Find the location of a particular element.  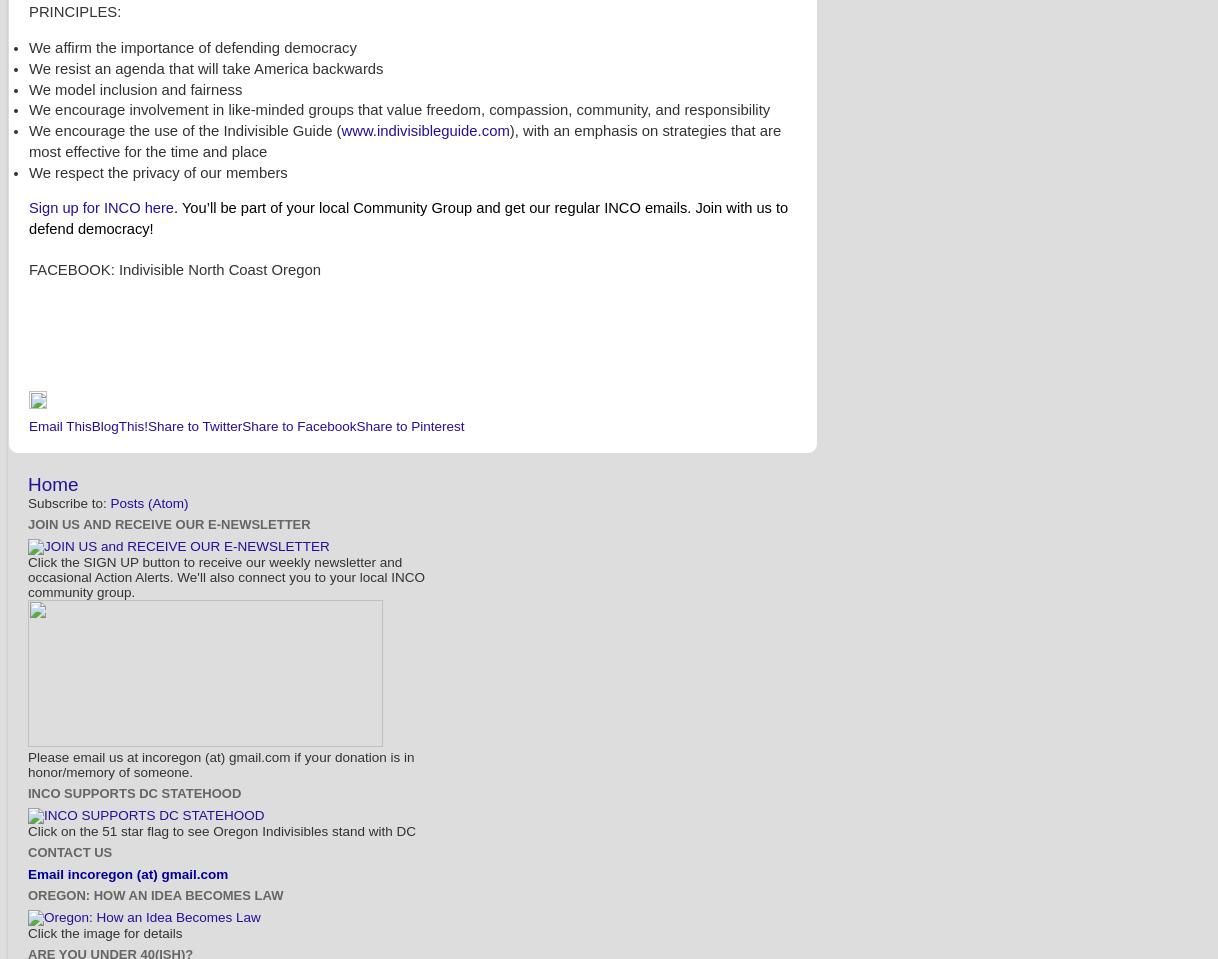

'Please email us at incoregon (at) gmail.com if your donation is in honor/memory of someone.' is located at coordinates (219, 764).